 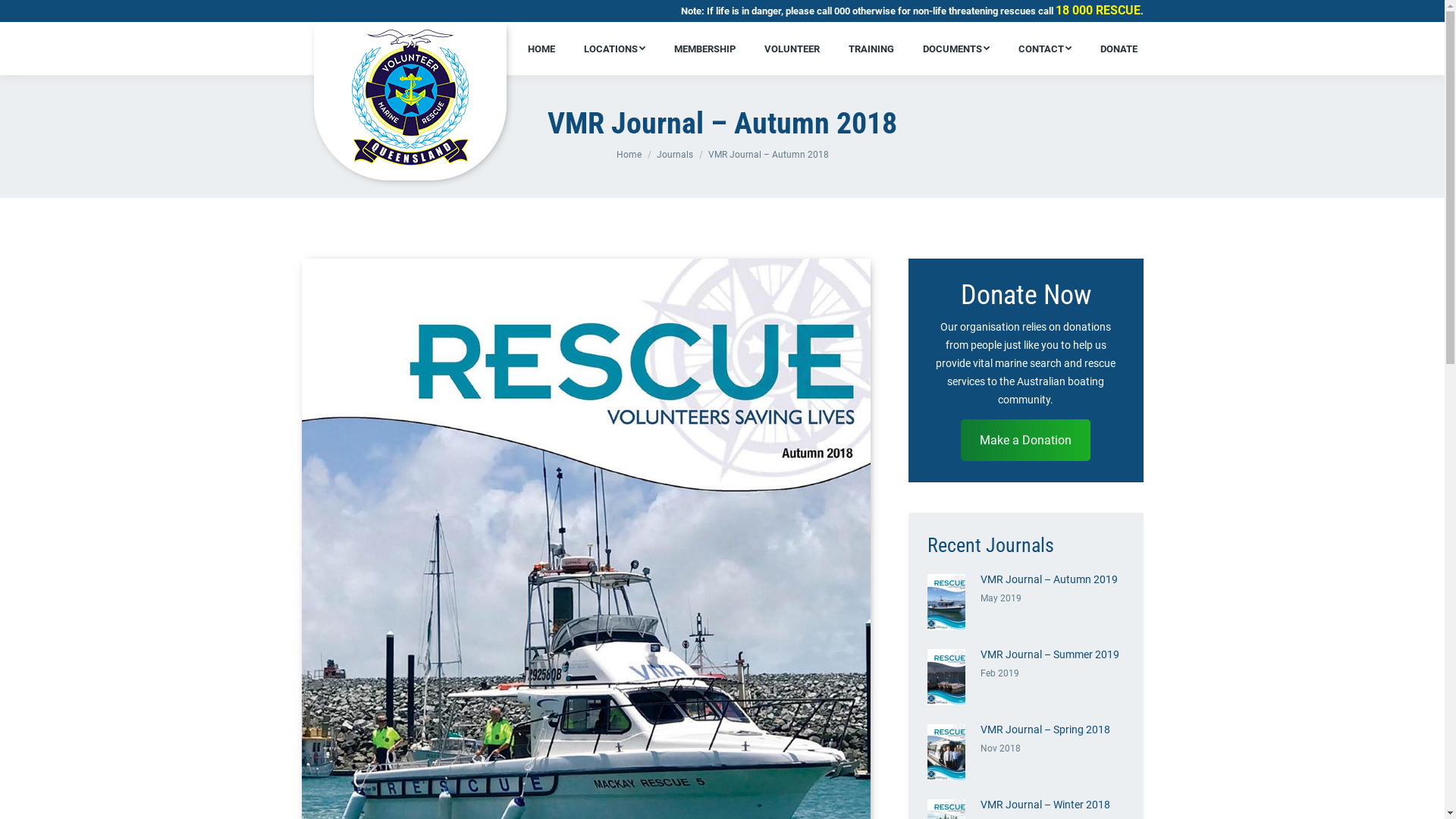 I want to click on 'Home', so click(x=628, y=155).